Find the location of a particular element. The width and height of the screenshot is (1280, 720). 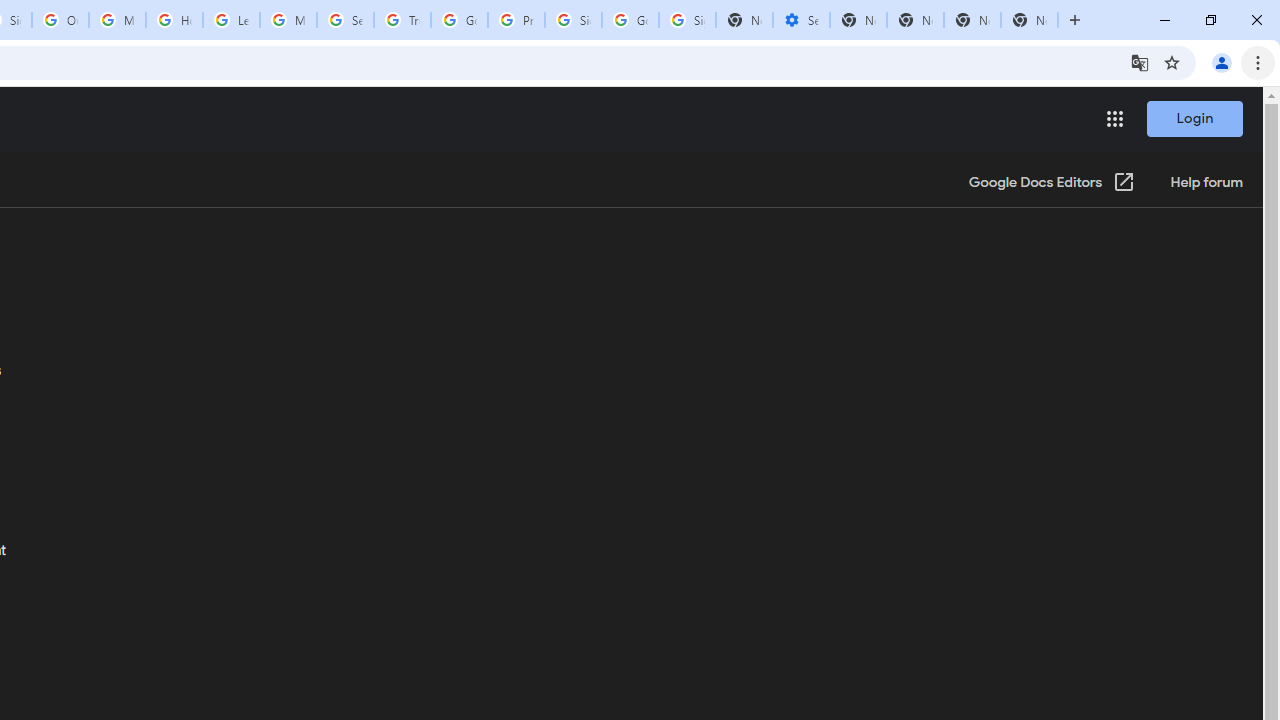

'You' is located at coordinates (1220, 61).